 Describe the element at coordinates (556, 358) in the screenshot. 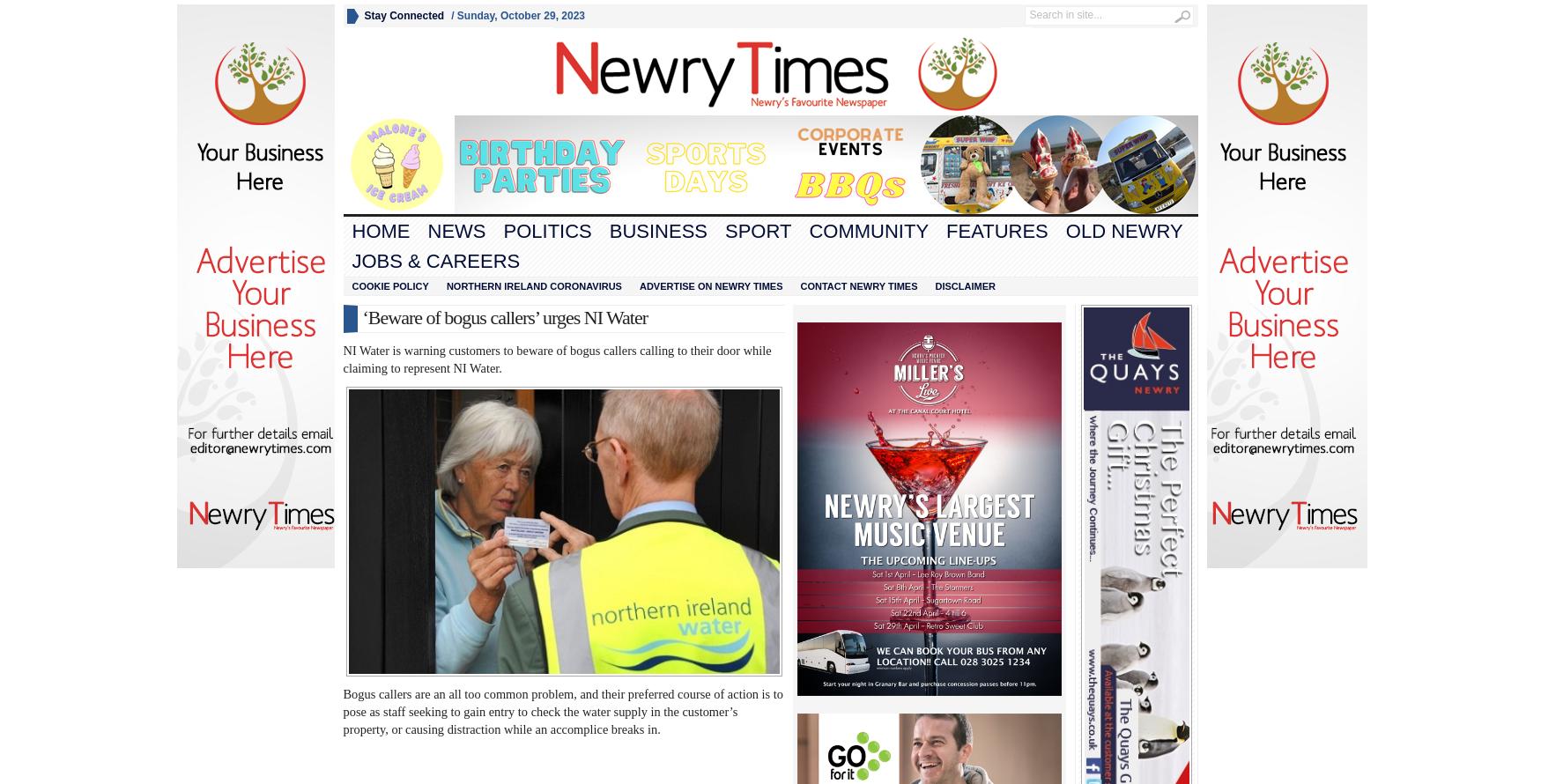

I see `'NI Water is warning customers to beware of bogus callers calling to their door while claiming to represent NI Water.'` at that location.